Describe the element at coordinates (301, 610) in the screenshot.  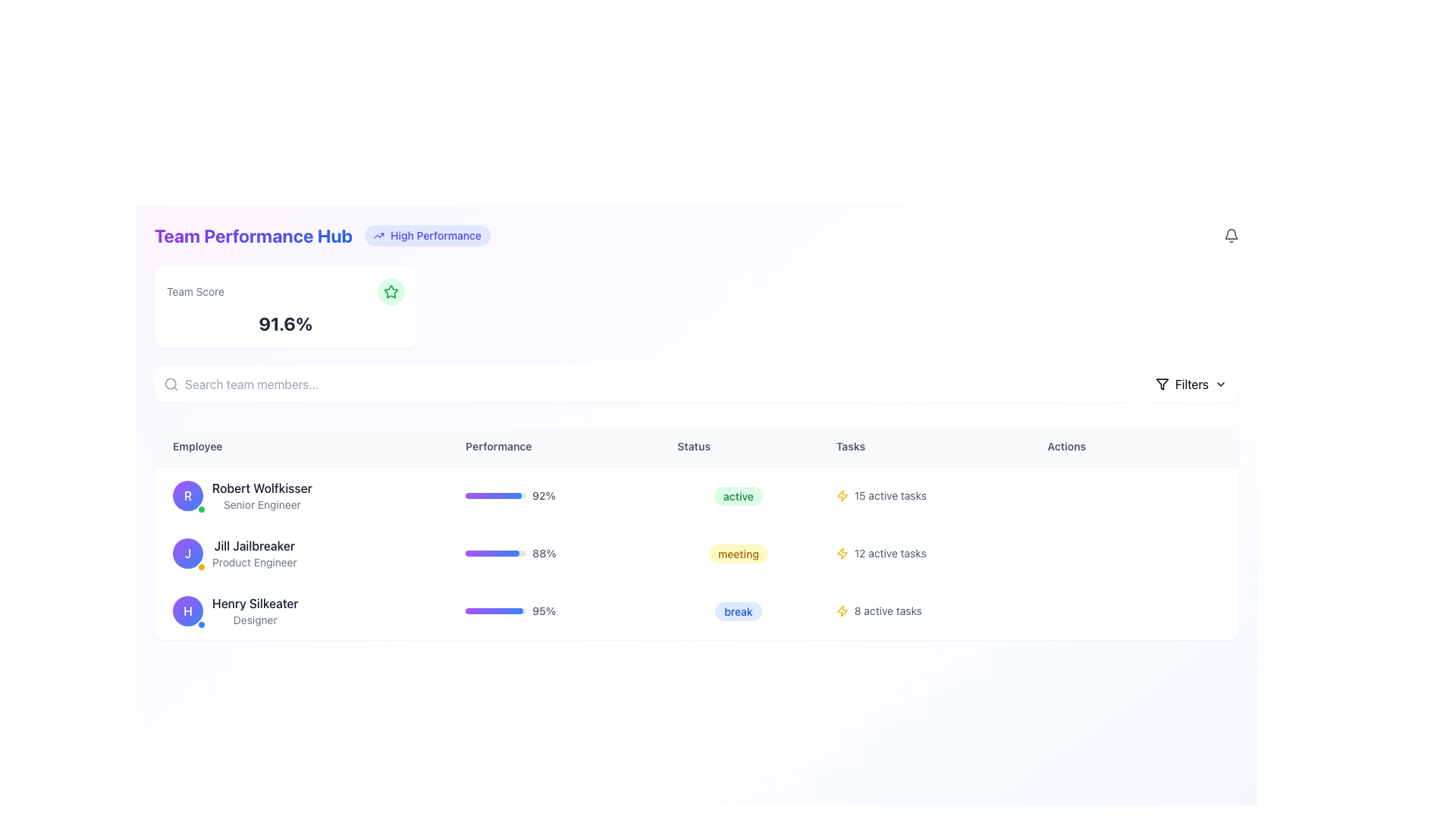
I see `the Composite profile display for employee 'Henry Silkeater', identified as the third entry in the 'Employee' column` at that location.